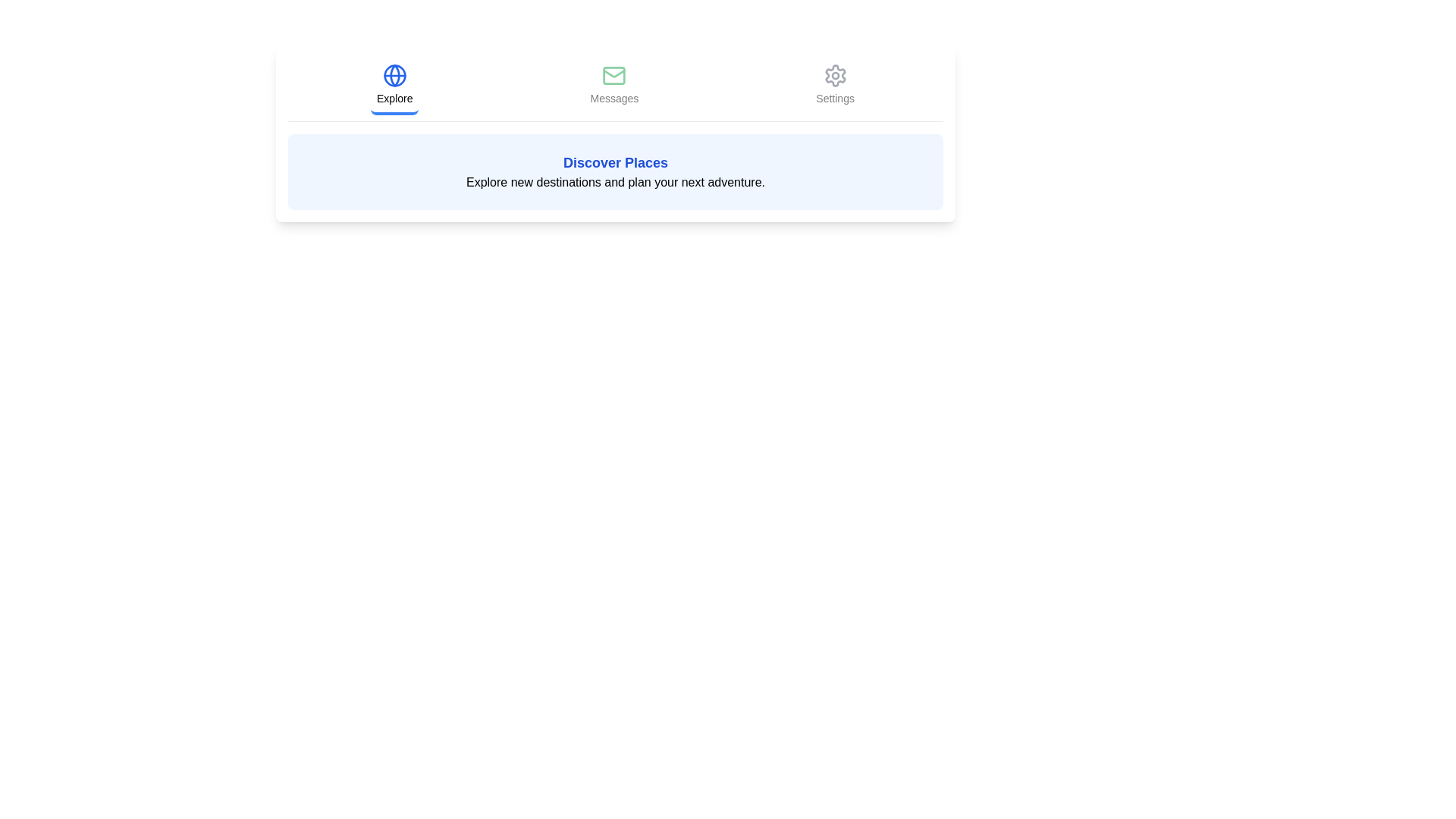 This screenshot has height=819, width=1456. I want to click on the Messages tab, so click(614, 86).